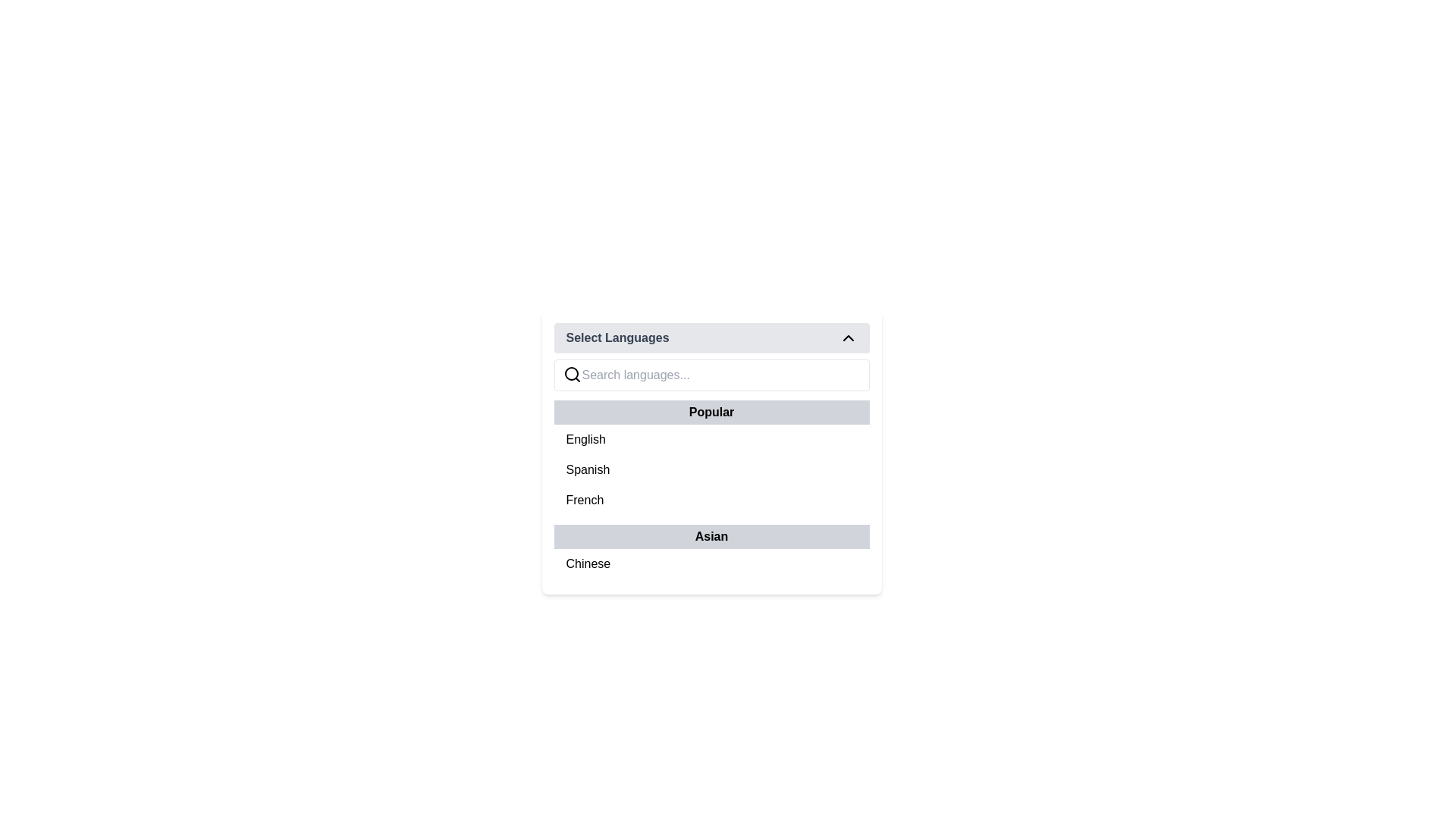 The height and width of the screenshot is (819, 1456). What do you see at coordinates (587, 469) in the screenshot?
I see `the clickable list item labeled 'Spanish' in the dropdown menu under the 'Popular' section` at bounding box center [587, 469].